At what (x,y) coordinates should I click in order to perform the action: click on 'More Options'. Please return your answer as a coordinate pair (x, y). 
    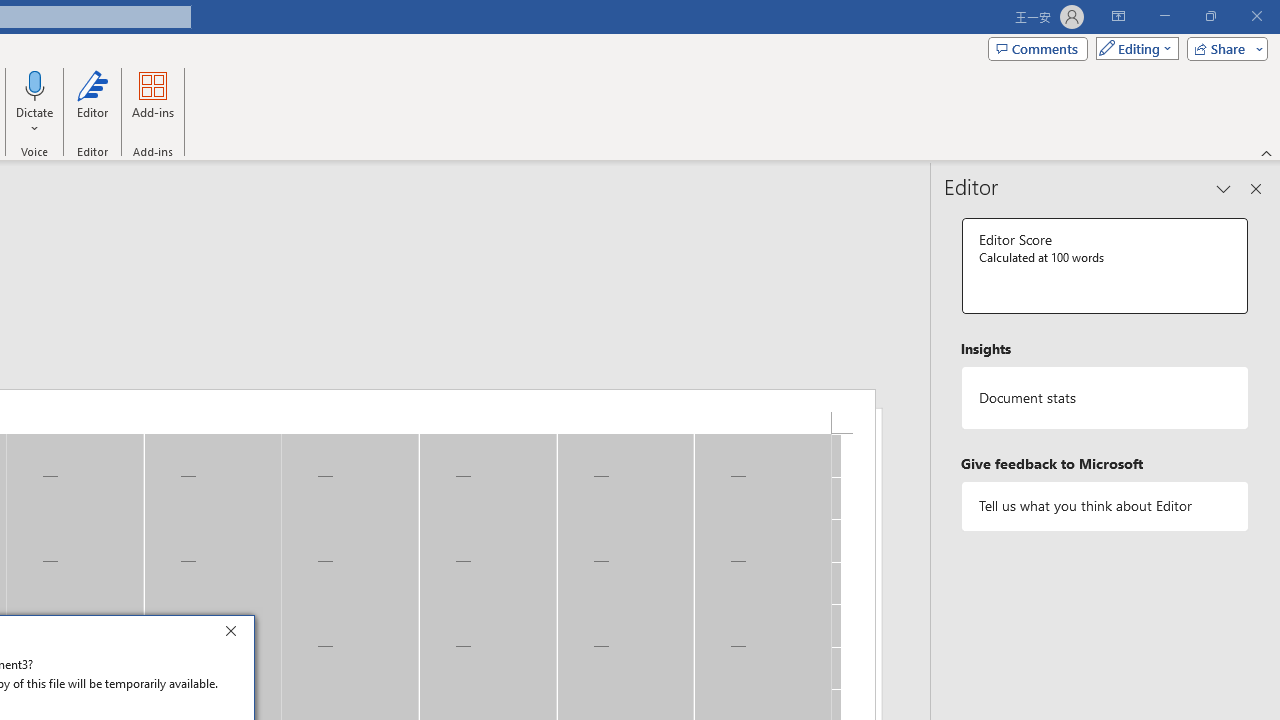
    Looking at the image, I should click on (35, 121).